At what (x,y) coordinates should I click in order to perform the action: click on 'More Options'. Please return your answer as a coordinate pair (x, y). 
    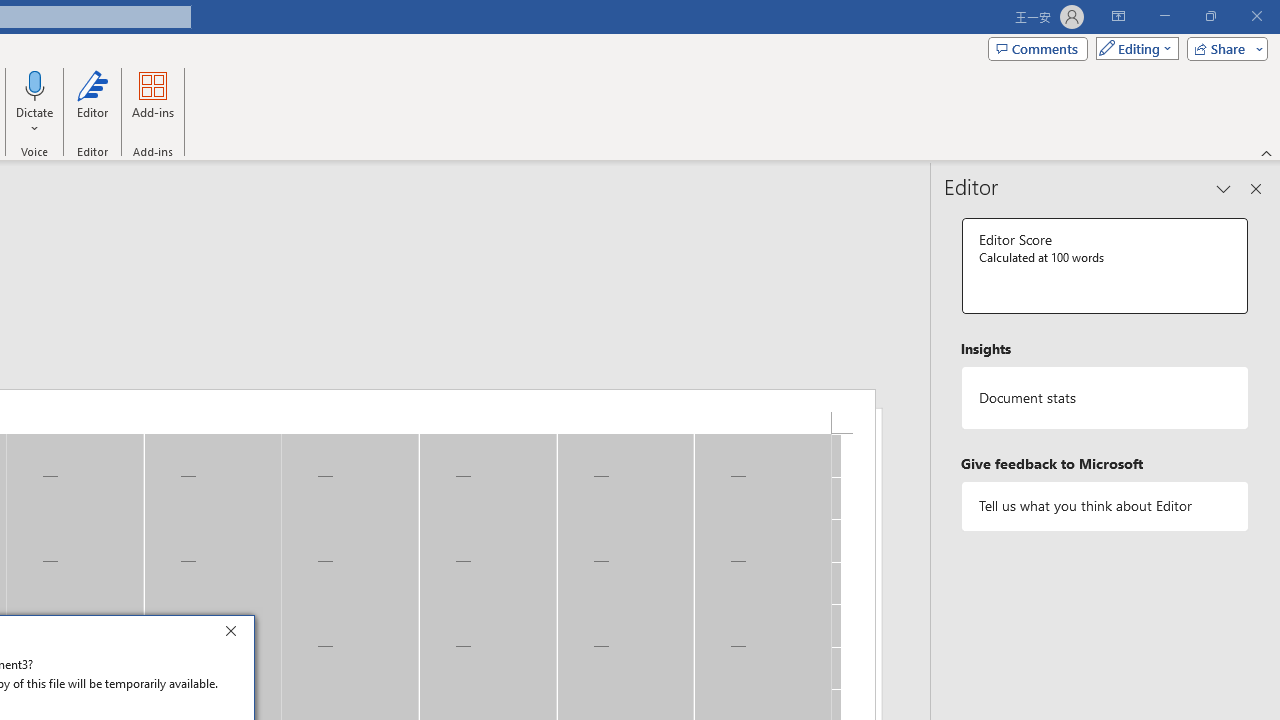
    Looking at the image, I should click on (35, 121).